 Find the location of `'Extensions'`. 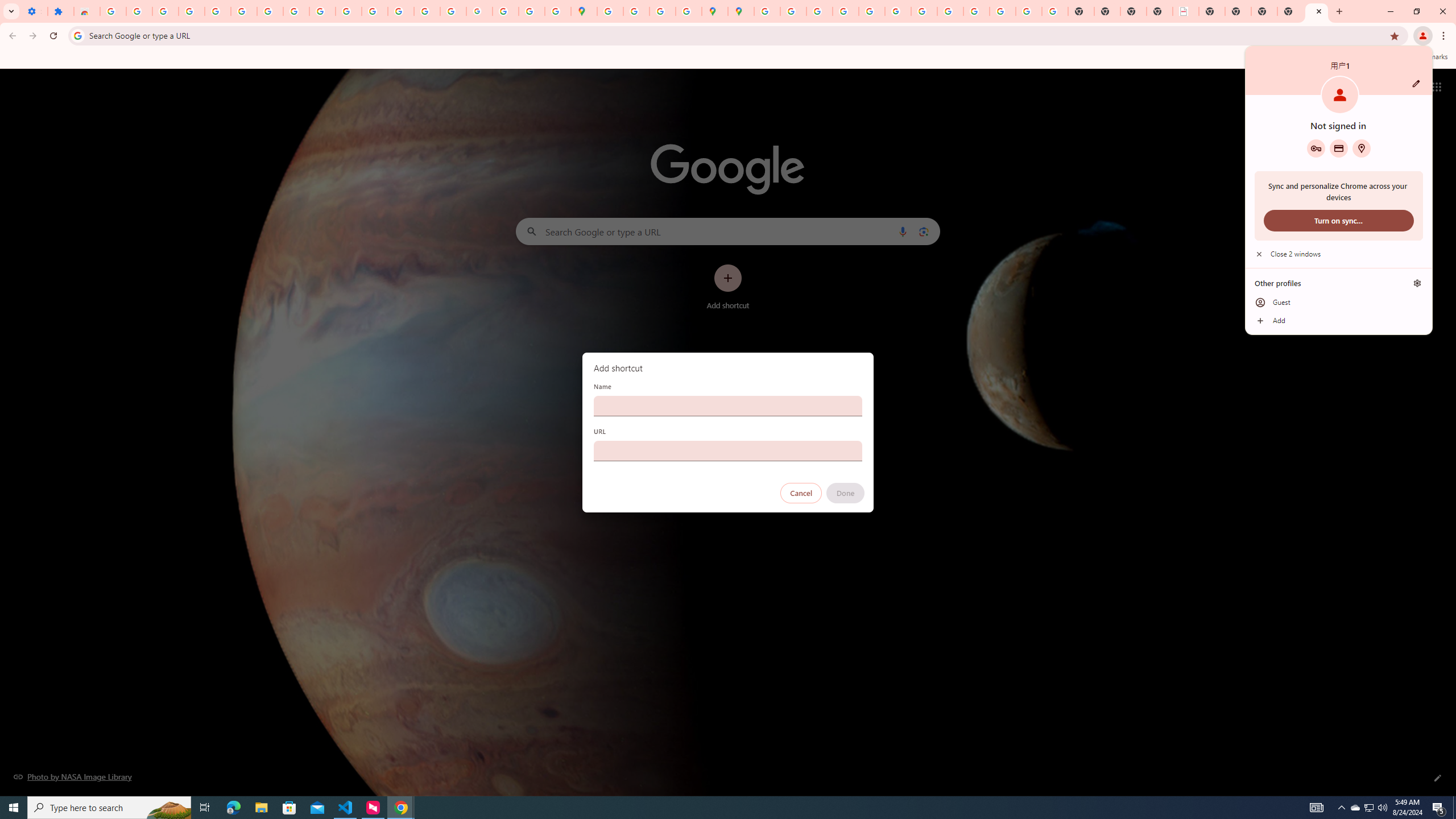

'Extensions' is located at coordinates (60, 11).